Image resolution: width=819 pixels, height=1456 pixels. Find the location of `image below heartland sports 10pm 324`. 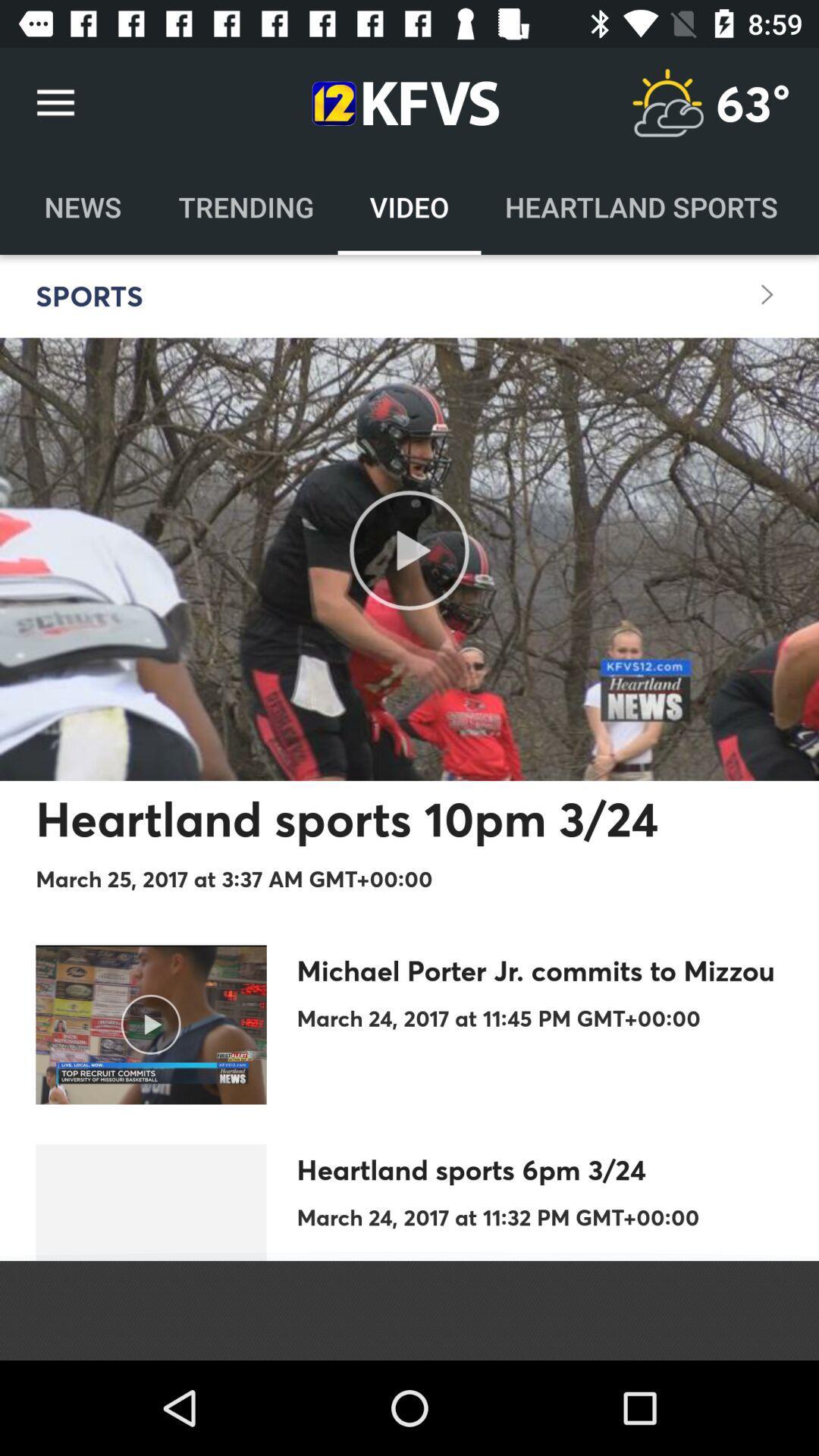

image below heartland sports 10pm 324 is located at coordinates (151, 1025).